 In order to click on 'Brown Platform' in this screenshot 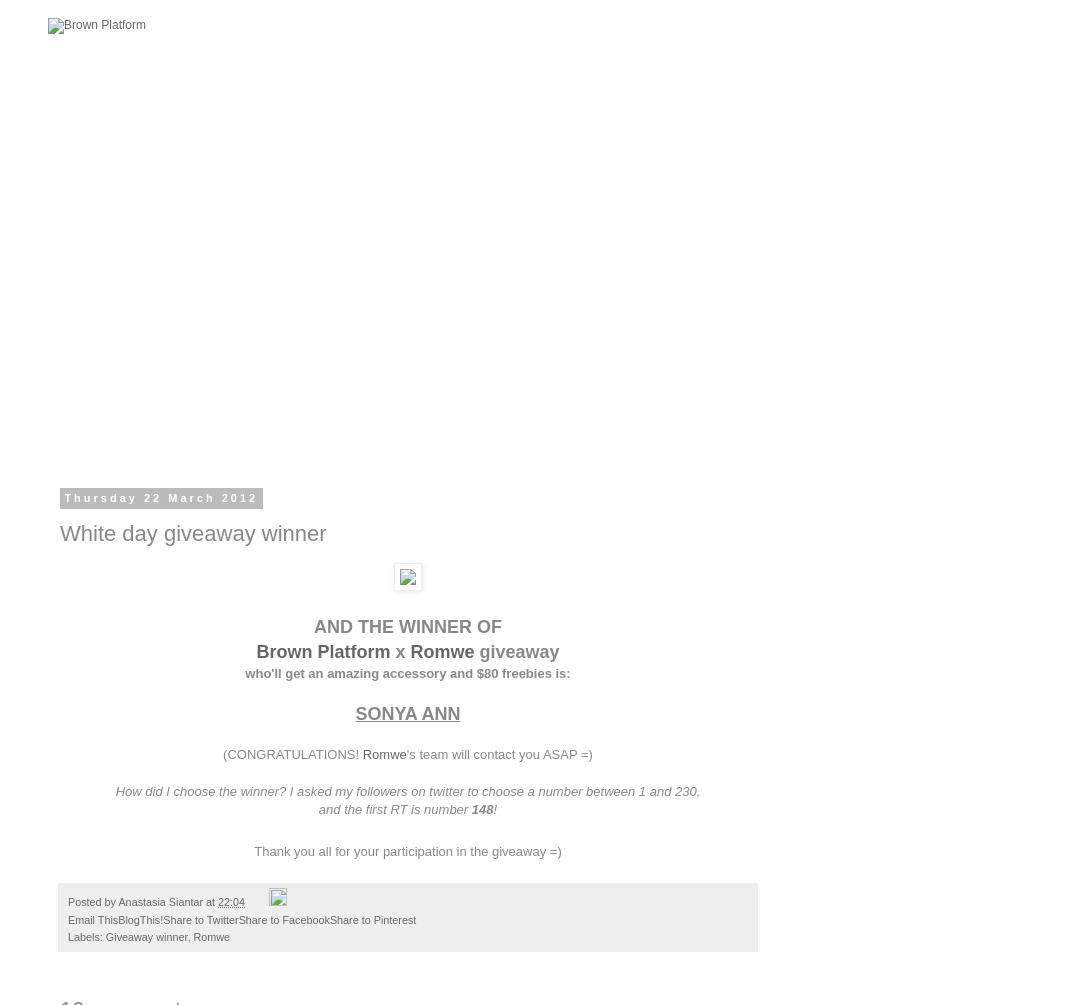, I will do `click(321, 650)`.